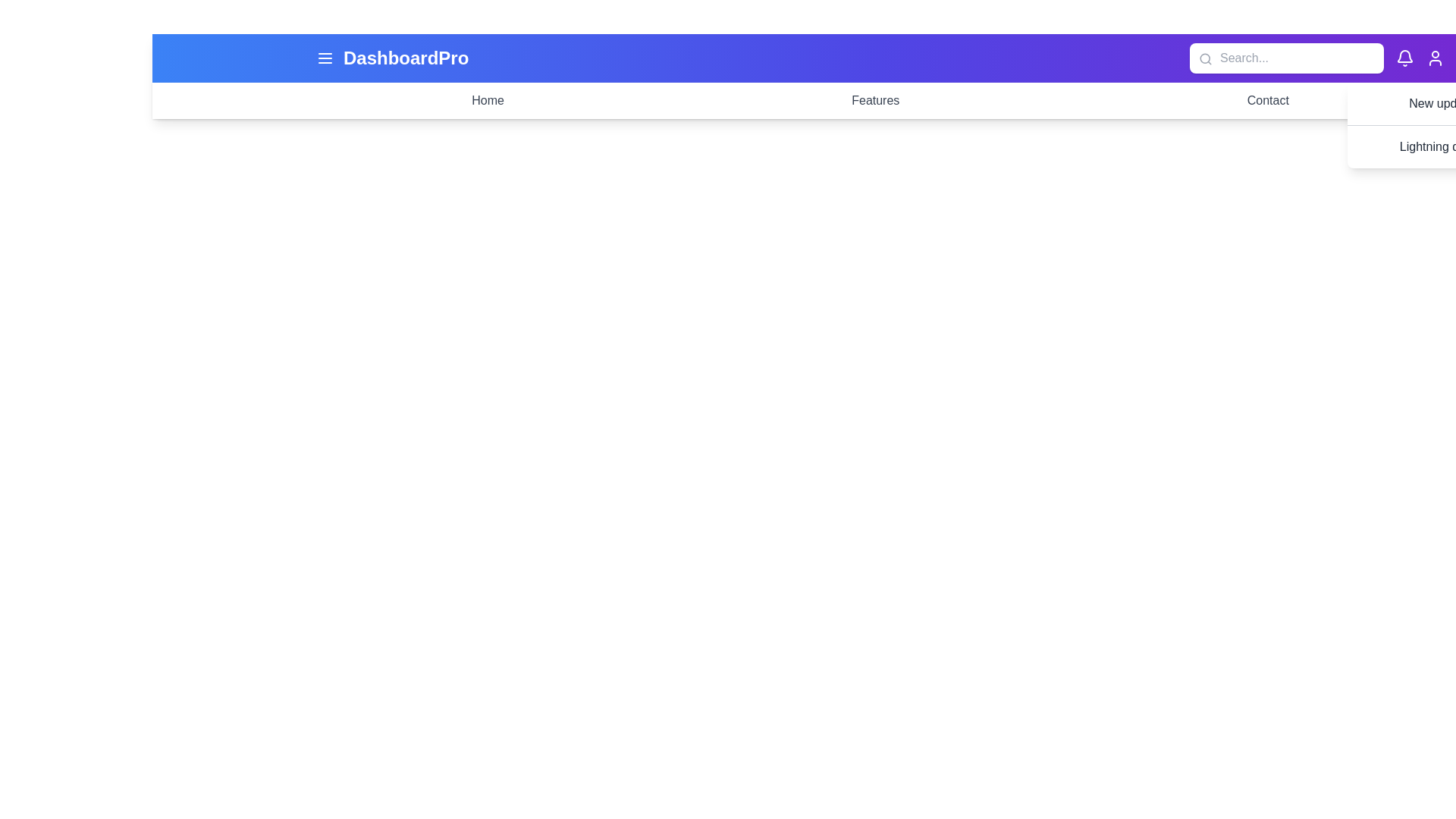 This screenshot has width=1456, height=819. I want to click on the bell icon to toggle notifications visibility, so click(1404, 58).